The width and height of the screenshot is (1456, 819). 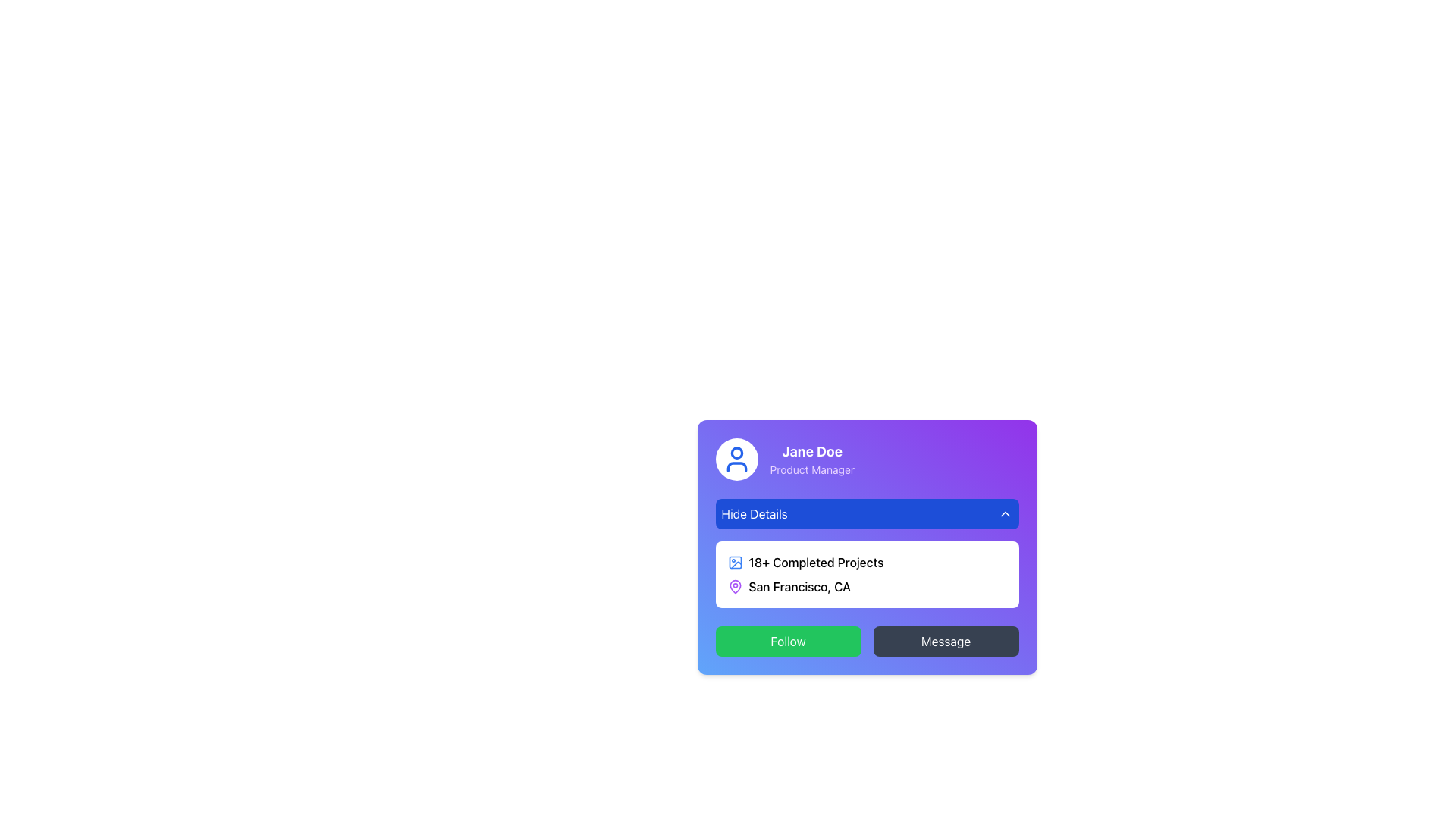 What do you see at coordinates (811, 458) in the screenshot?
I see `information displayed in the Text Label which shows 'Jane Doe' and 'Product Manager' on a gradient purple background` at bounding box center [811, 458].